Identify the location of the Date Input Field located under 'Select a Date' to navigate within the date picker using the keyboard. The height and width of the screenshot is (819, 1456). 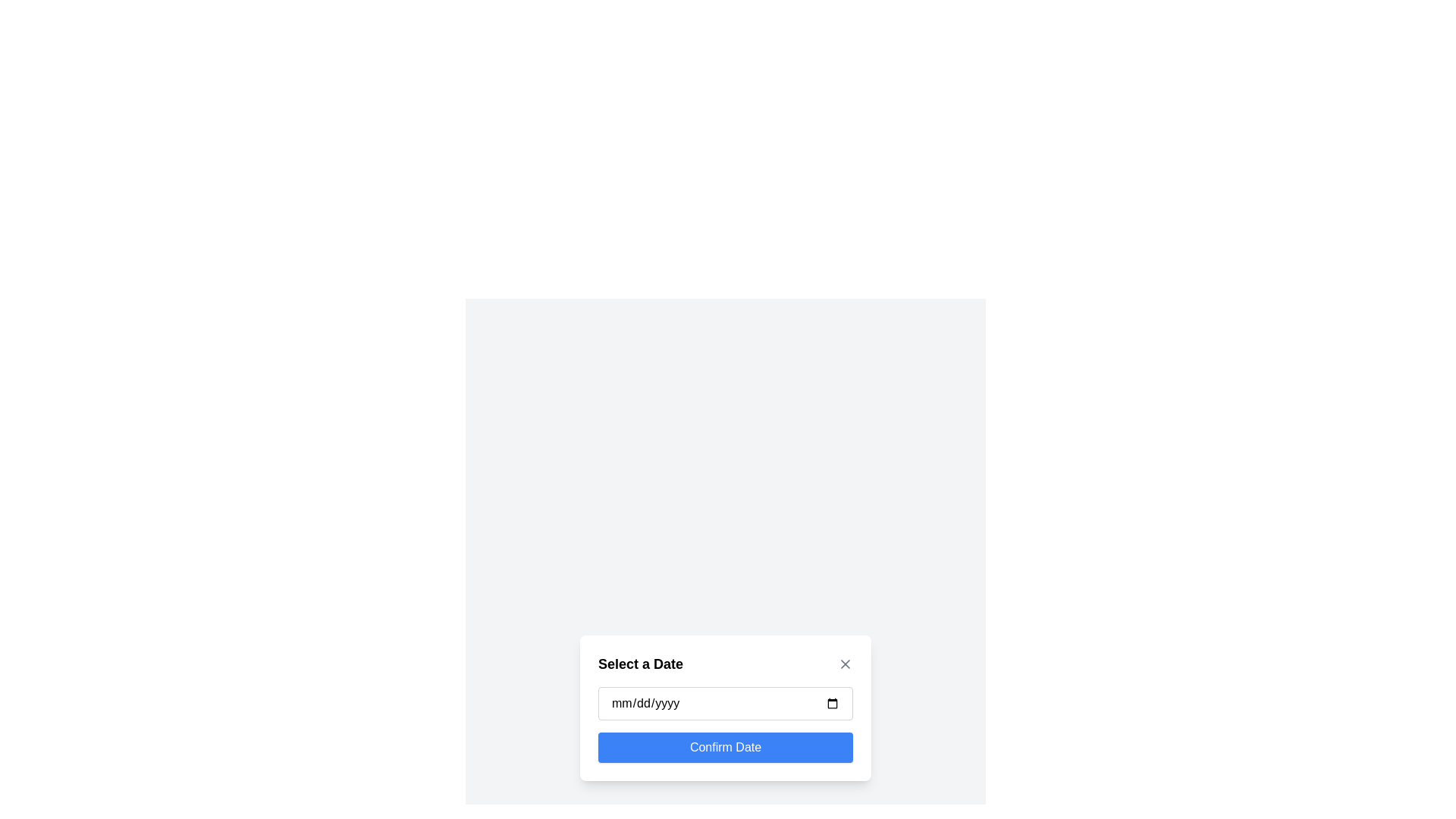
(724, 704).